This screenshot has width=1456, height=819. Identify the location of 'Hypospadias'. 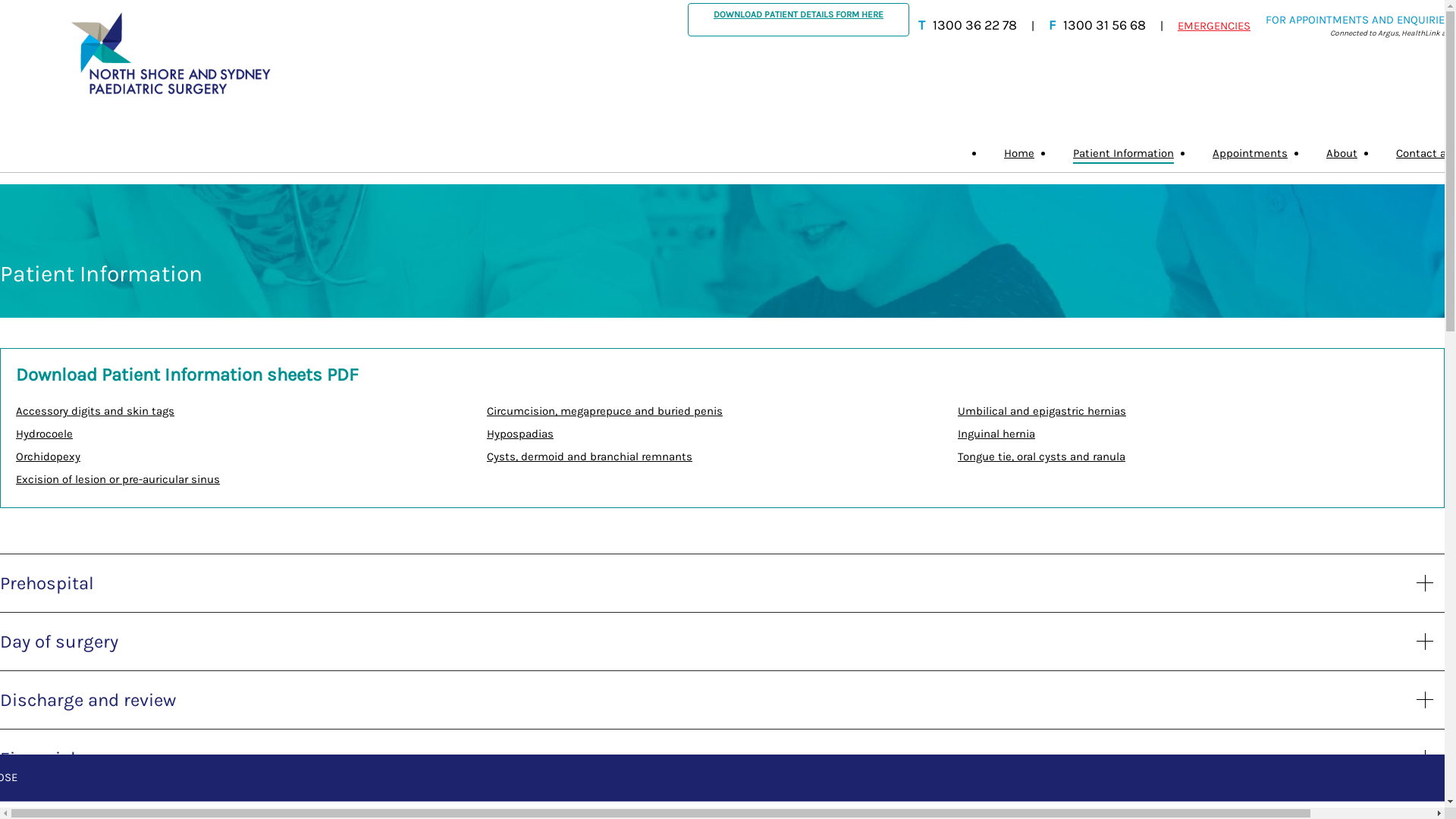
(520, 433).